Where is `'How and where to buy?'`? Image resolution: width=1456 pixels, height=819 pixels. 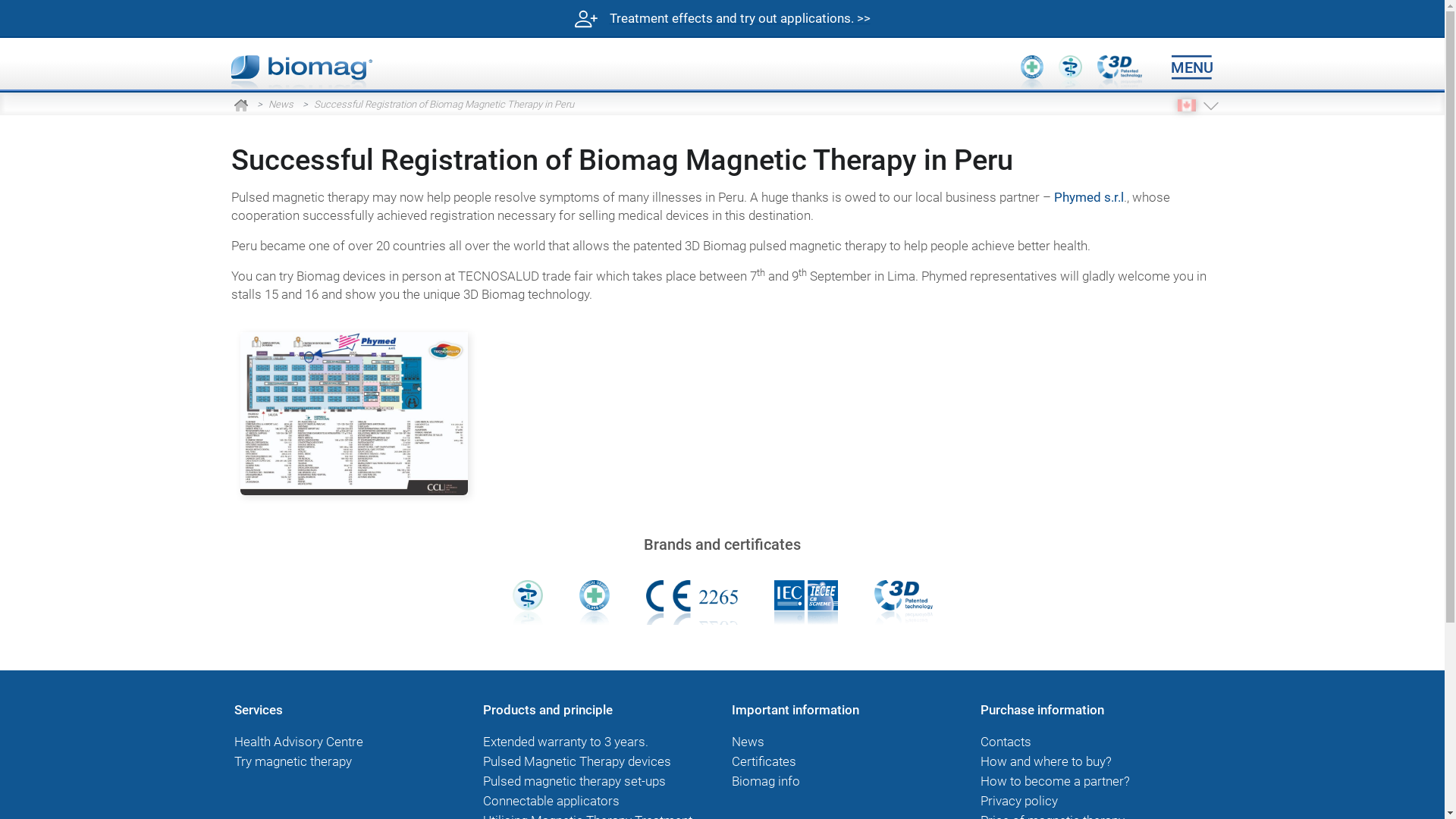
'How and where to buy?' is located at coordinates (1044, 761).